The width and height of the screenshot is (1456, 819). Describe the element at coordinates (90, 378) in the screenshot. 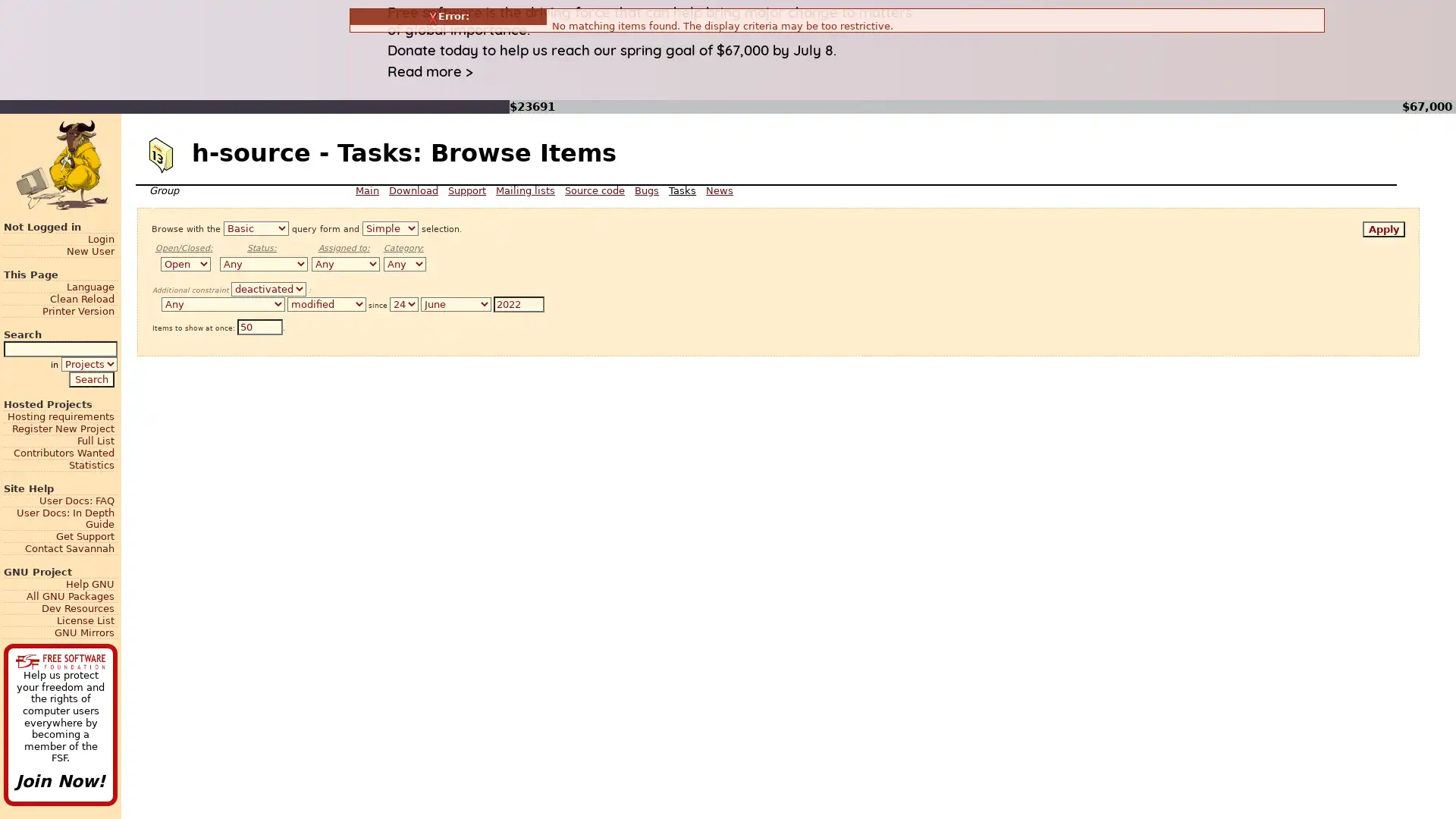

I see `Search` at that location.